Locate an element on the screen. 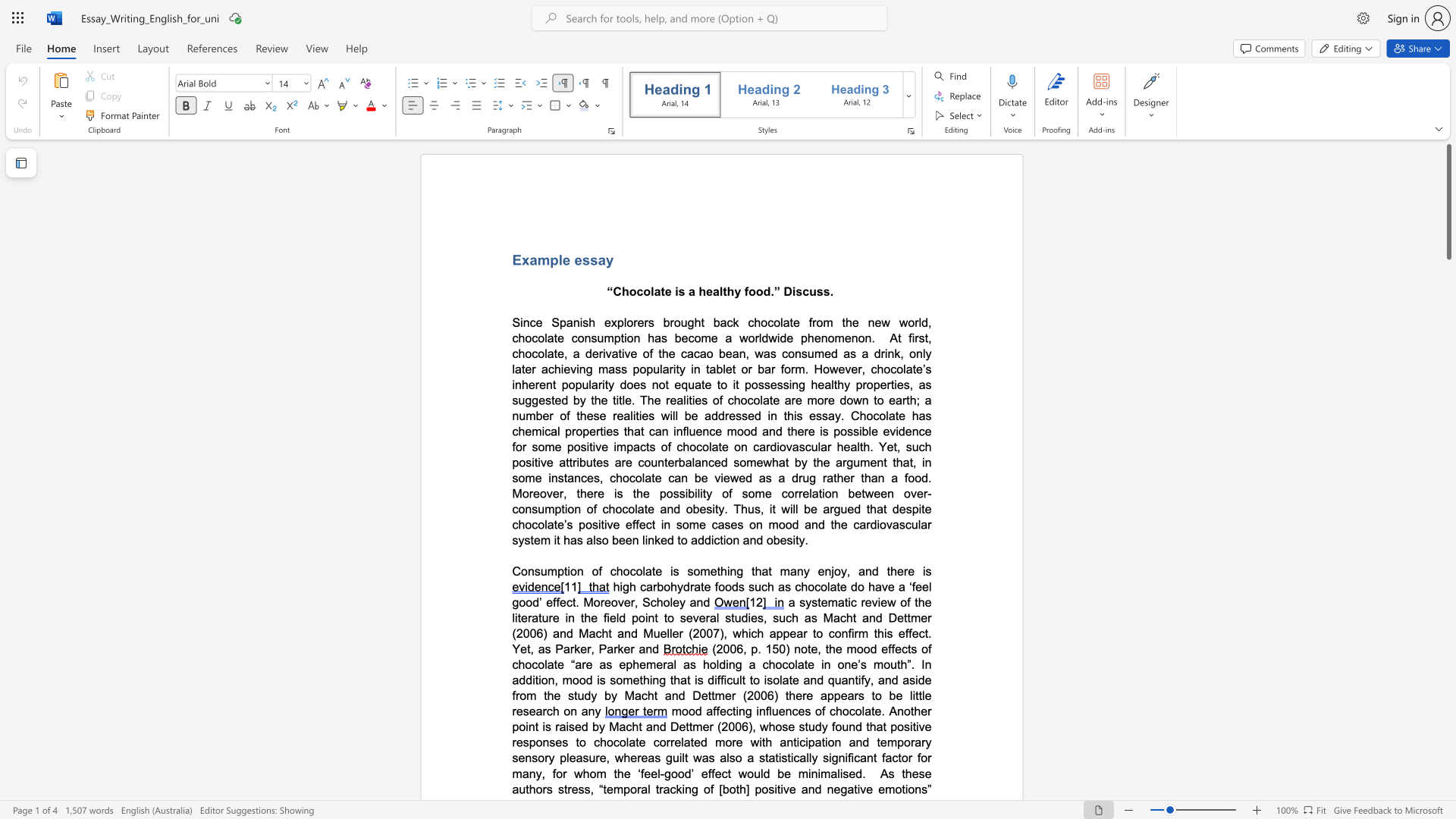 The width and height of the screenshot is (1456, 819). the scrollbar on the side is located at coordinates (1448, 454).